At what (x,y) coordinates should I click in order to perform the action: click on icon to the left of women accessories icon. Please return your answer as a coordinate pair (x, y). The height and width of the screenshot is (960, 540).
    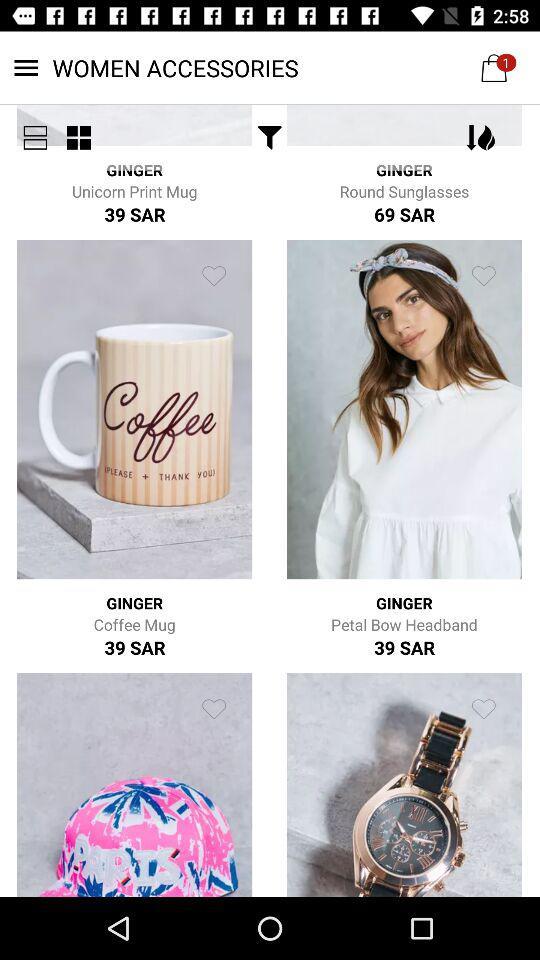
    Looking at the image, I should click on (35, 136).